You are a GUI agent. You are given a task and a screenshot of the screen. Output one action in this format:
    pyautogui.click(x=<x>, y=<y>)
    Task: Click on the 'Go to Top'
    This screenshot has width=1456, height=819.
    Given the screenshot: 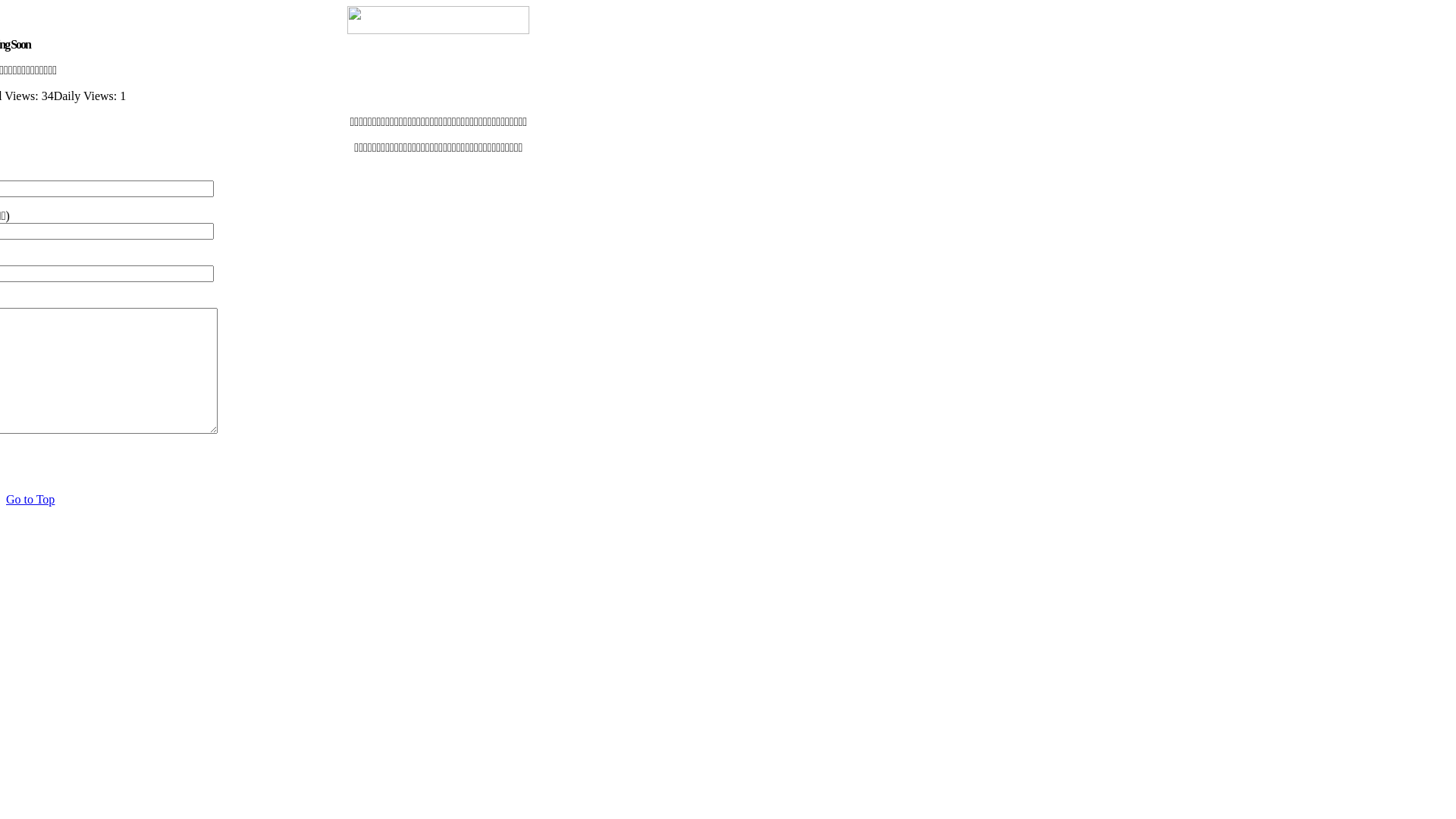 What is the action you would take?
    pyautogui.click(x=6, y=499)
    